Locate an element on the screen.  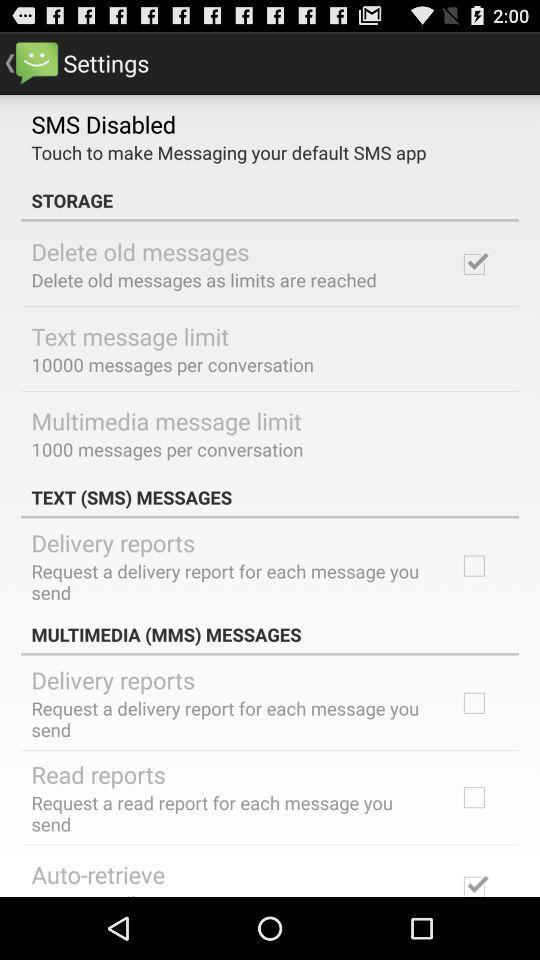
multimedia (mms) messages is located at coordinates (270, 633).